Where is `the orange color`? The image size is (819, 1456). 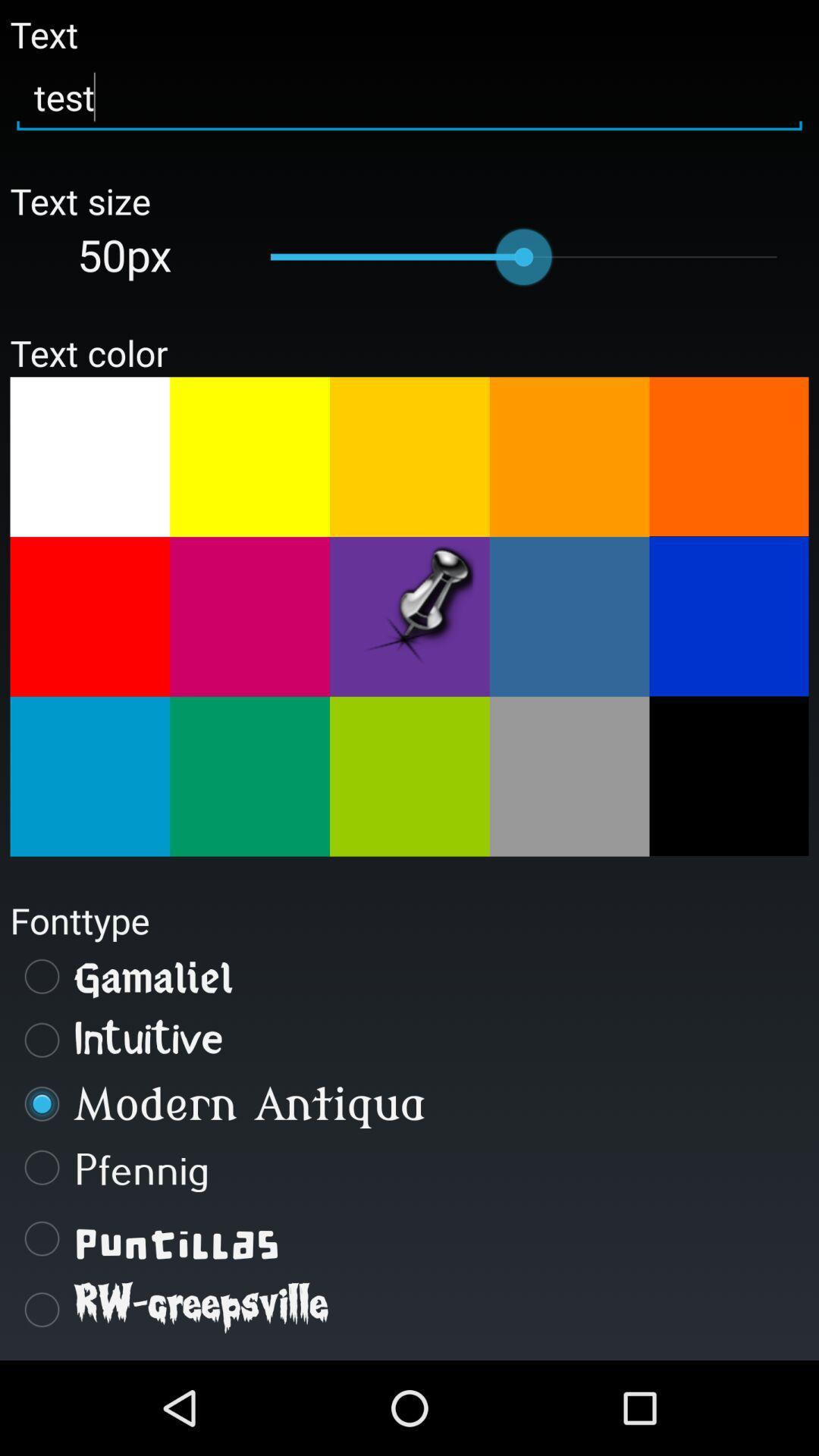 the orange color is located at coordinates (728, 455).